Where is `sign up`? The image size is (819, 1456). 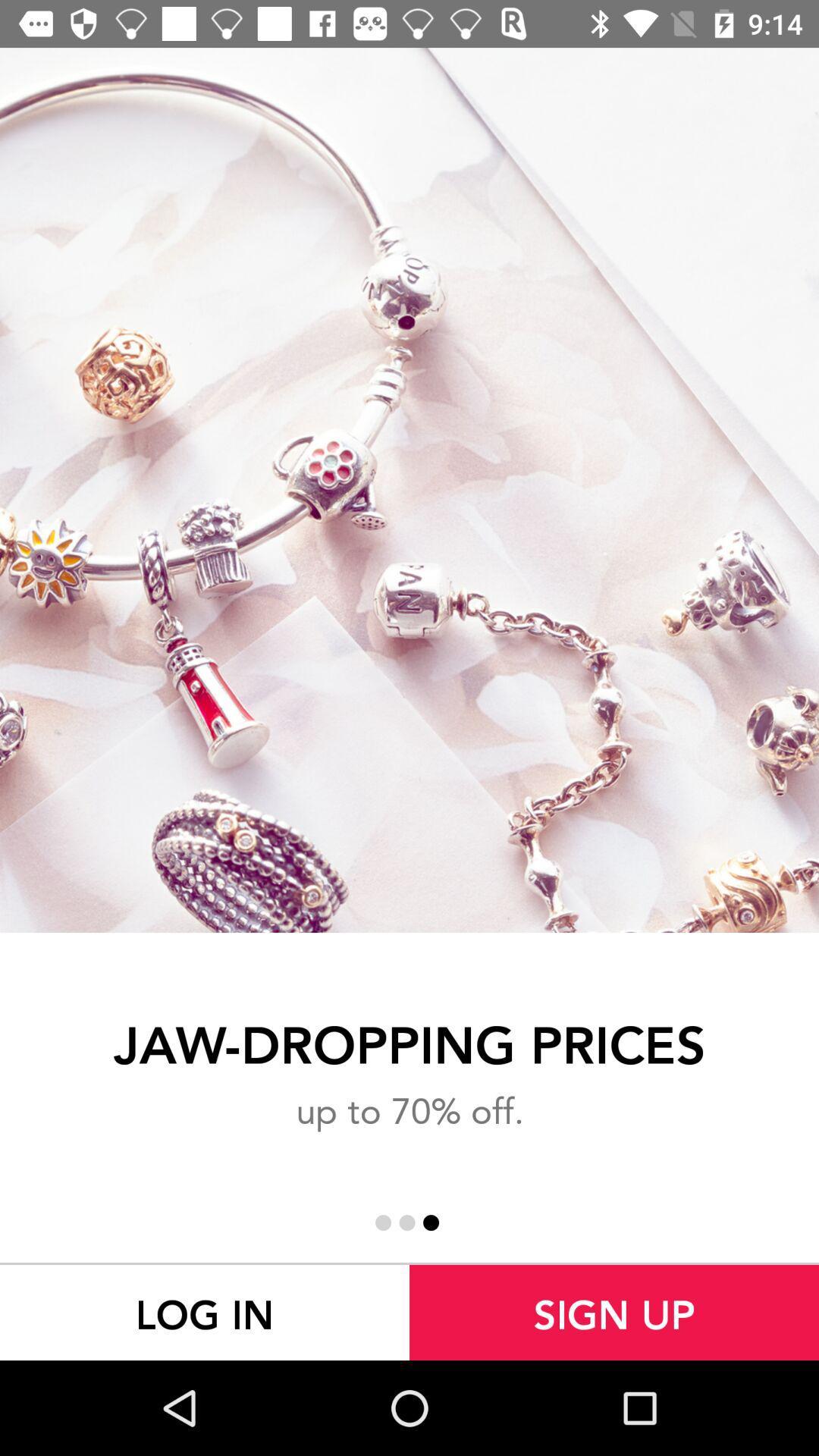
sign up is located at coordinates (614, 1312).